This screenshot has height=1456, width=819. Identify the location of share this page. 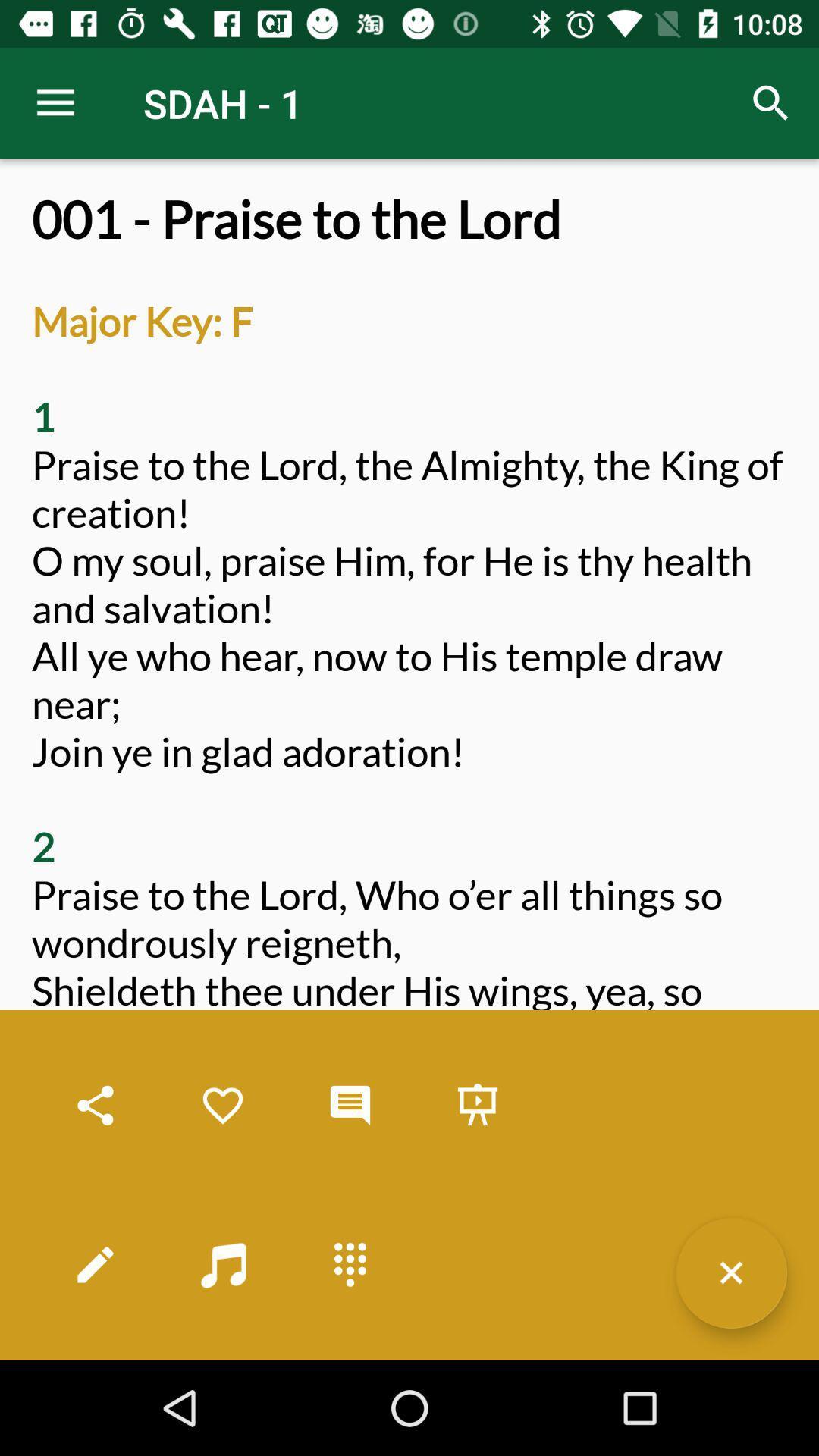
(96, 1106).